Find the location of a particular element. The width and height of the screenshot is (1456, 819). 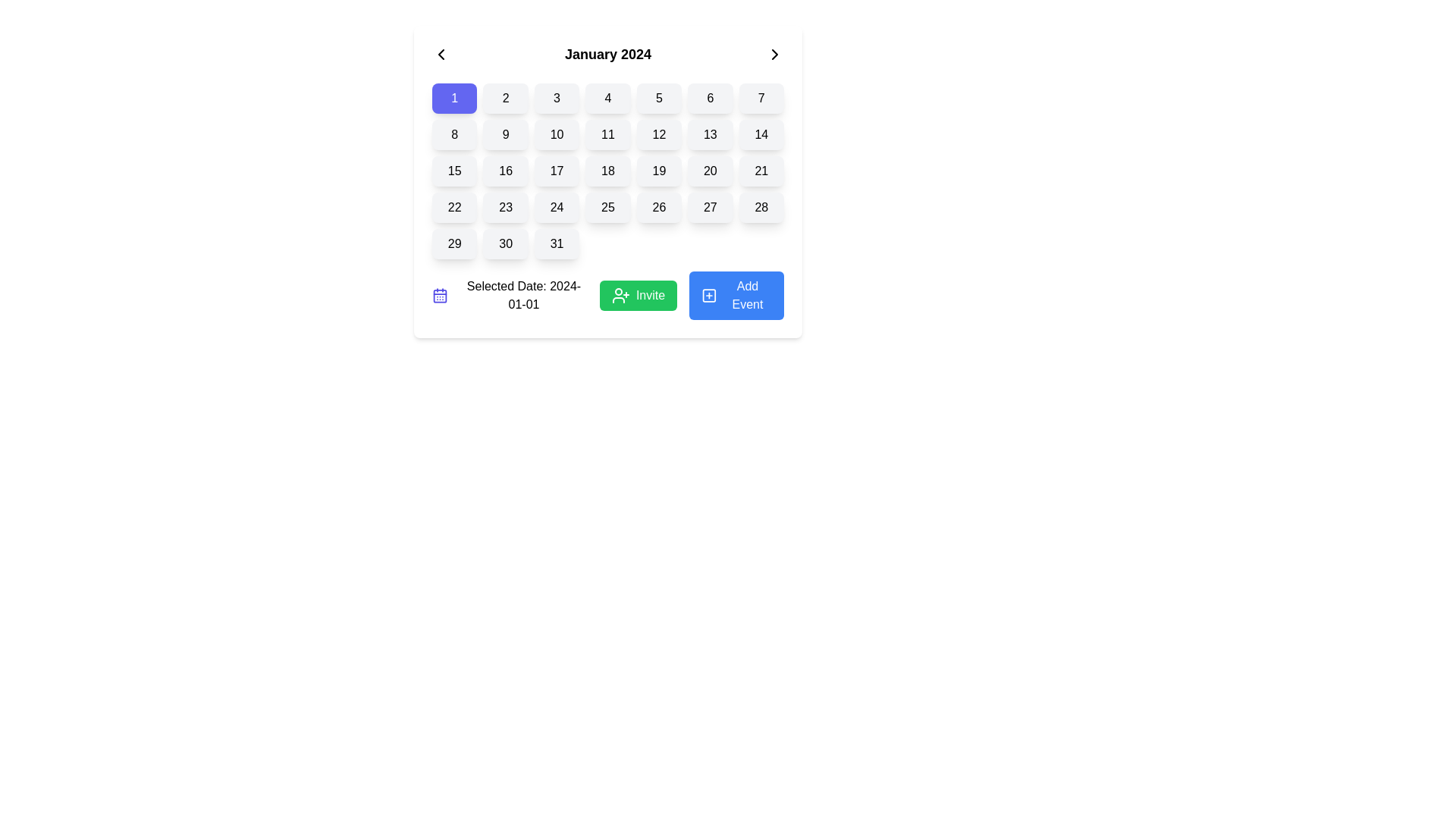

the text label displaying 'Selected Date: 2024-01-01', which is located near the bottom of the calendar interface, between the calendar icon and the 'Invite' button is located at coordinates (524, 295).